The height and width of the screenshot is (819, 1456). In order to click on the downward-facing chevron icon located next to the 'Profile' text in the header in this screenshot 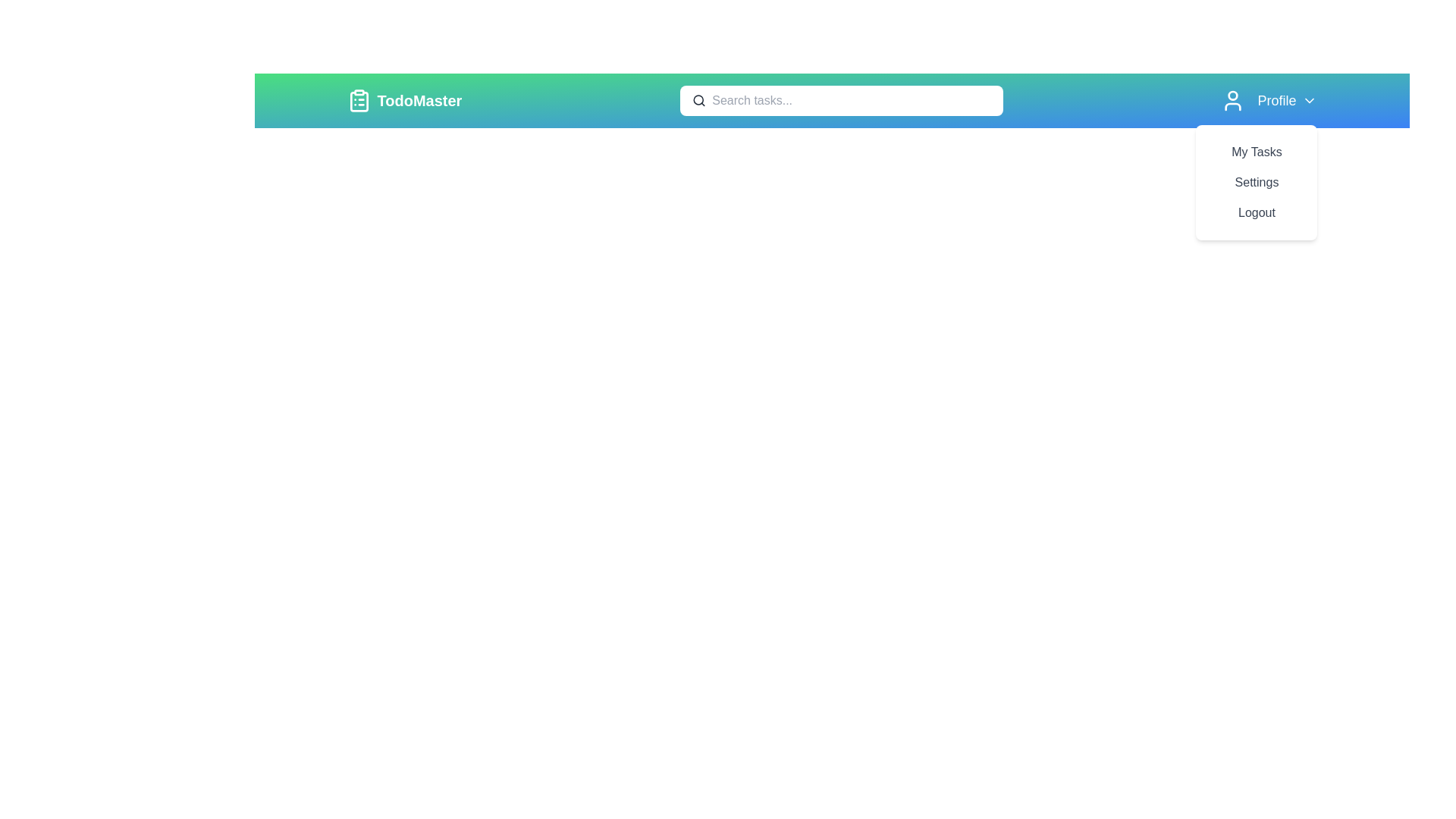, I will do `click(1309, 100)`.